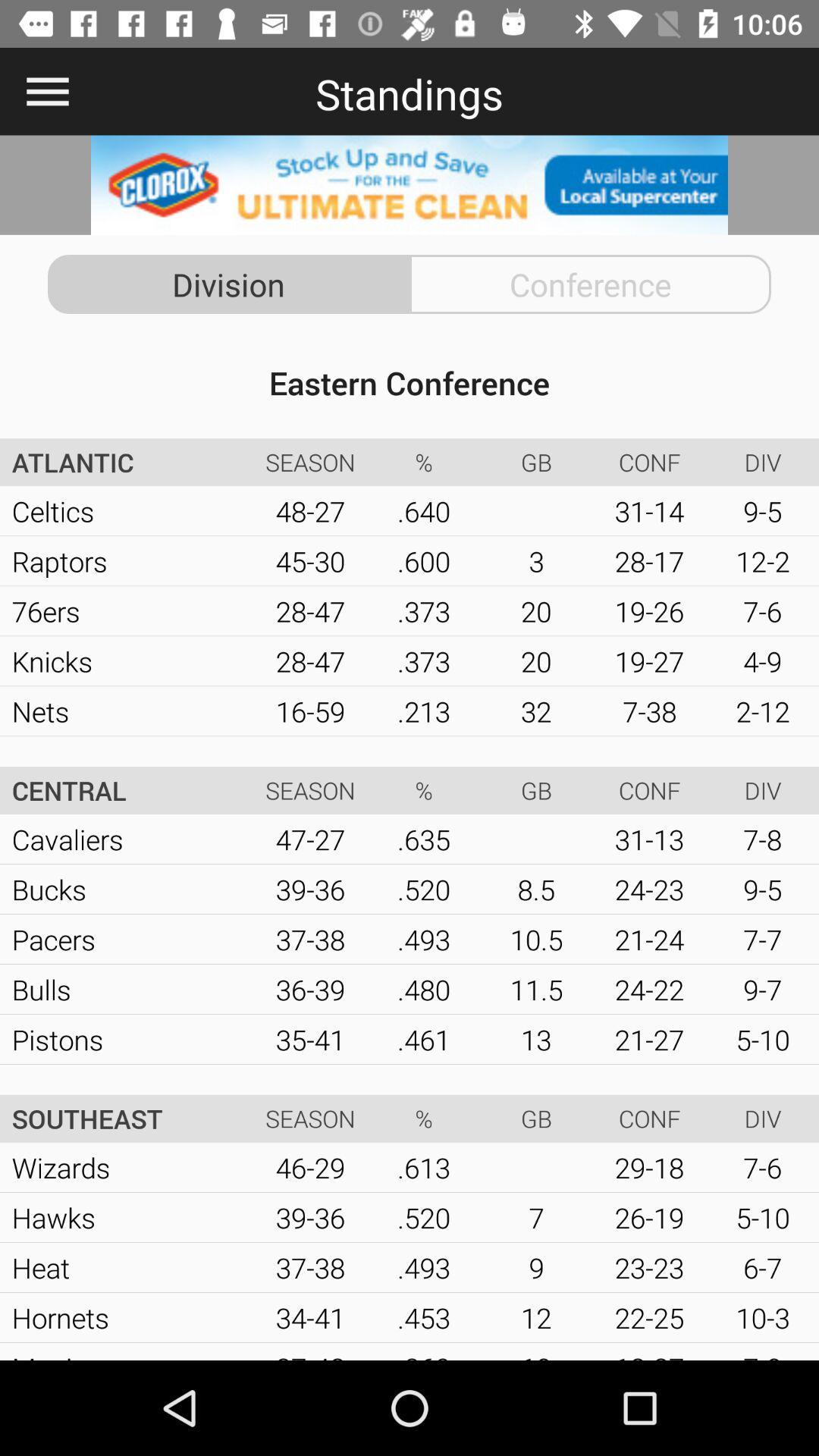 The height and width of the screenshot is (1456, 819). What do you see at coordinates (409, 184) in the screenshot?
I see `advertisement link` at bounding box center [409, 184].